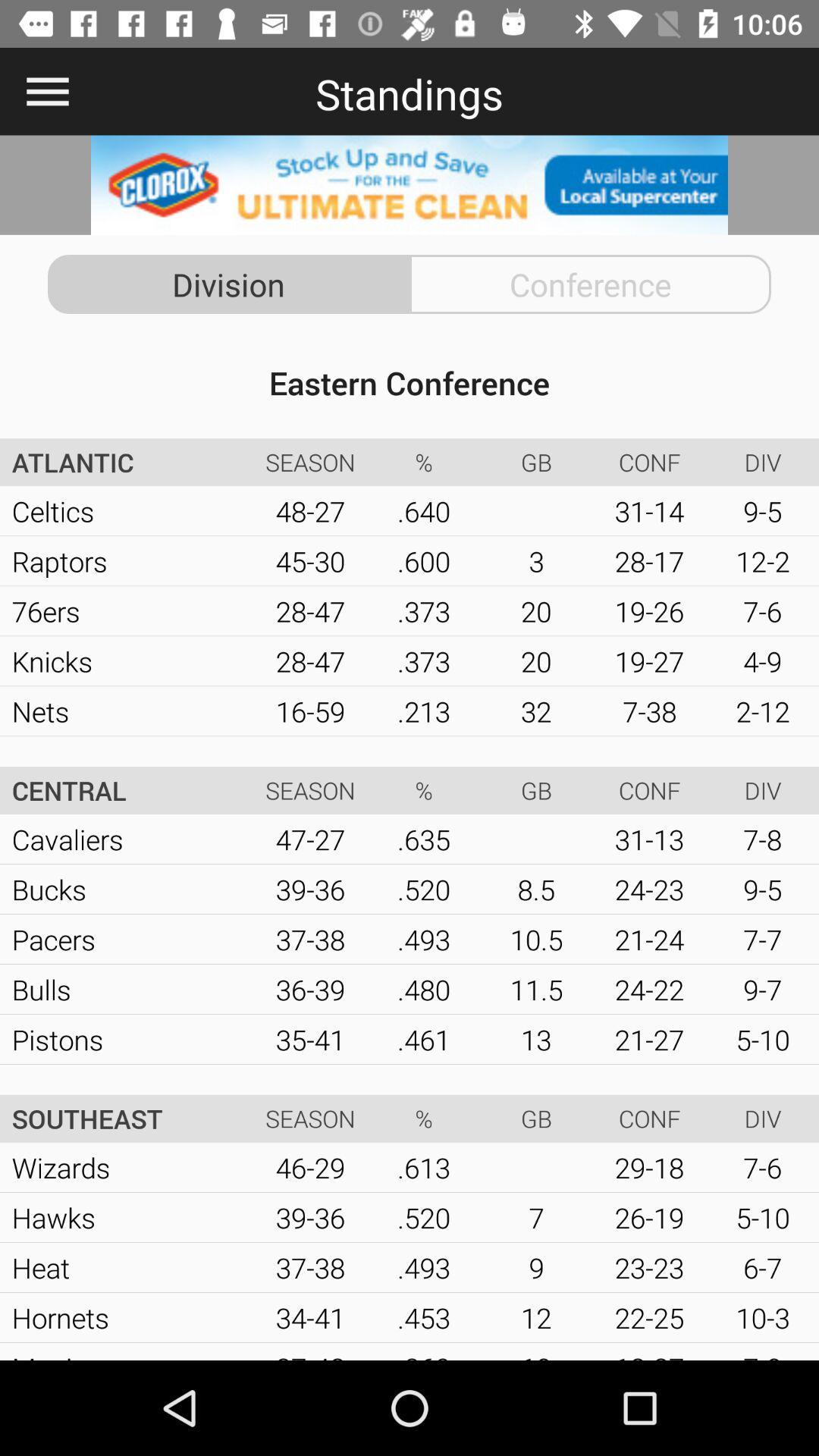 The height and width of the screenshot is (1456, 819). What do you see at coordinates (409, 184) in the screenshot?
I see `advertisement link` at bounding box center [409, 184].